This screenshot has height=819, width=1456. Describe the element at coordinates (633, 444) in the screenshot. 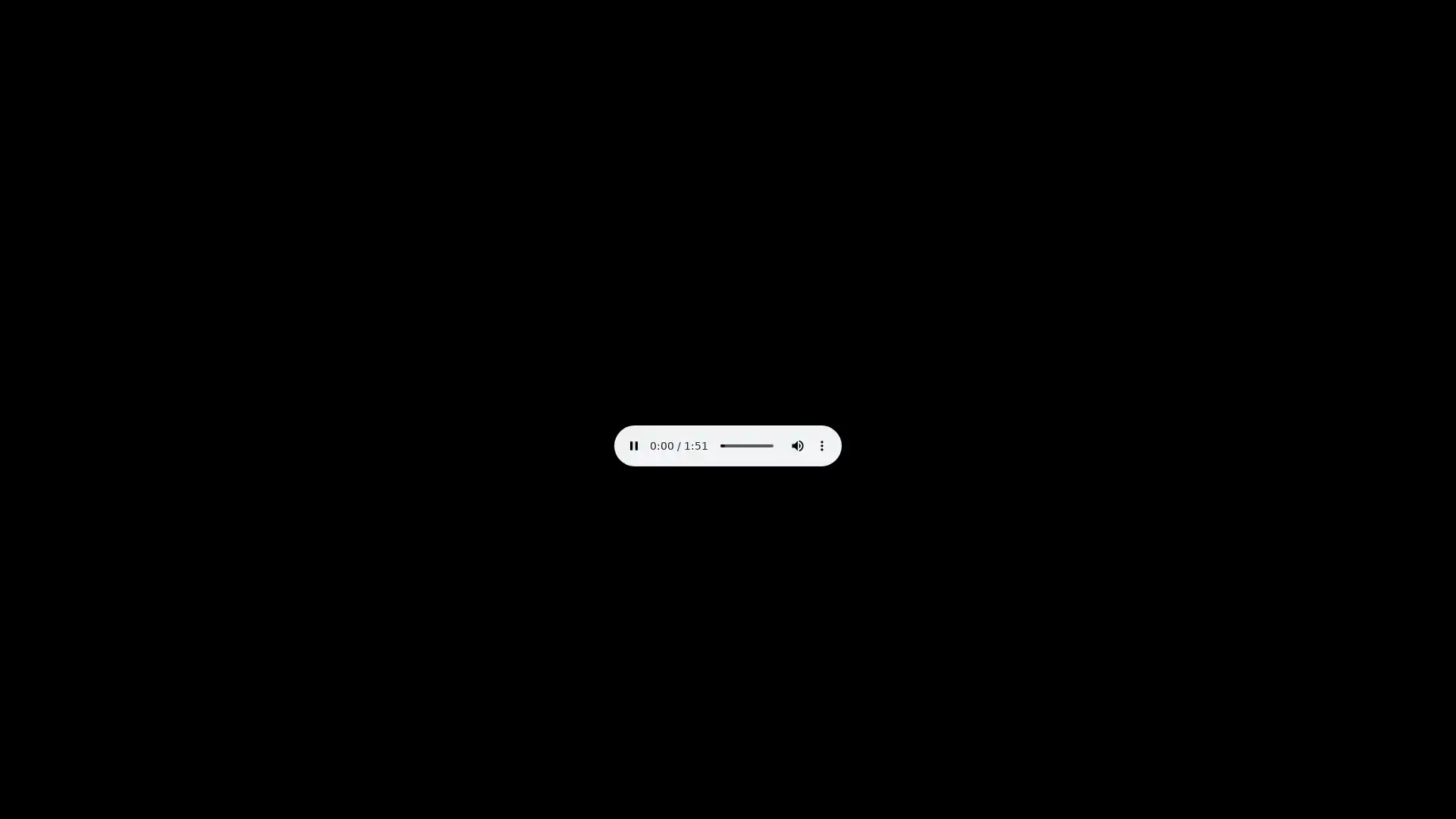

I see `pause` at that location.